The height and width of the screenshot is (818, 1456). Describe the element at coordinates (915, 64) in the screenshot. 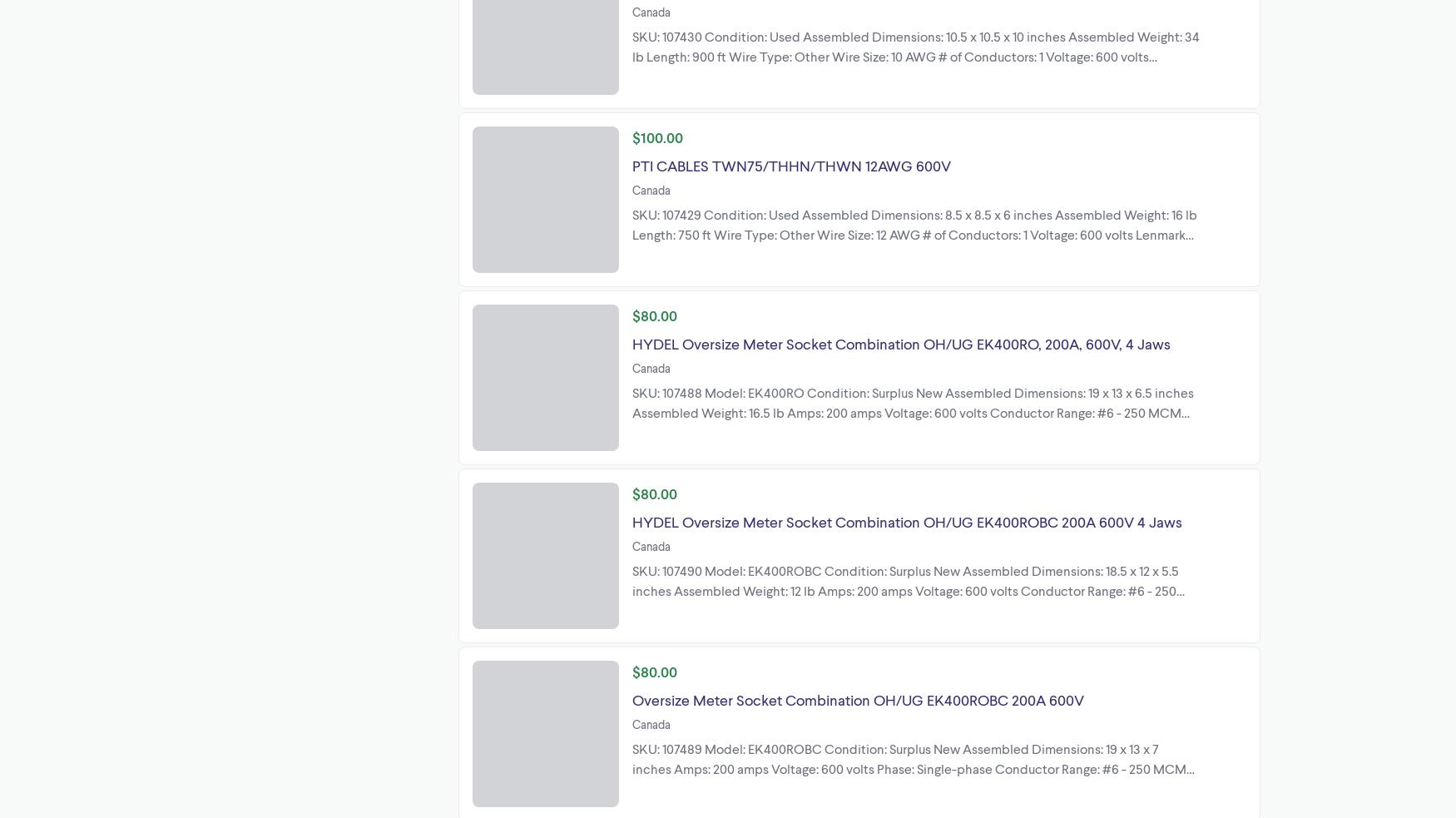

I see `'SKU: 107430 Condition: Used Assembled Dimensions: 10.5 x 10.5 x 10 inches Assembled Weight: 34 lb Length: 900 ft Wire Type: Other Wire Size: 10 AWG # of Conductors: 1 Voltage: 600 volts Lenmark Industries Ltd 27576 51a Ave Langley, British Columbia Canada V4W4A9 Tel: 604.449.1880 www.lenmark.com'` at that location.